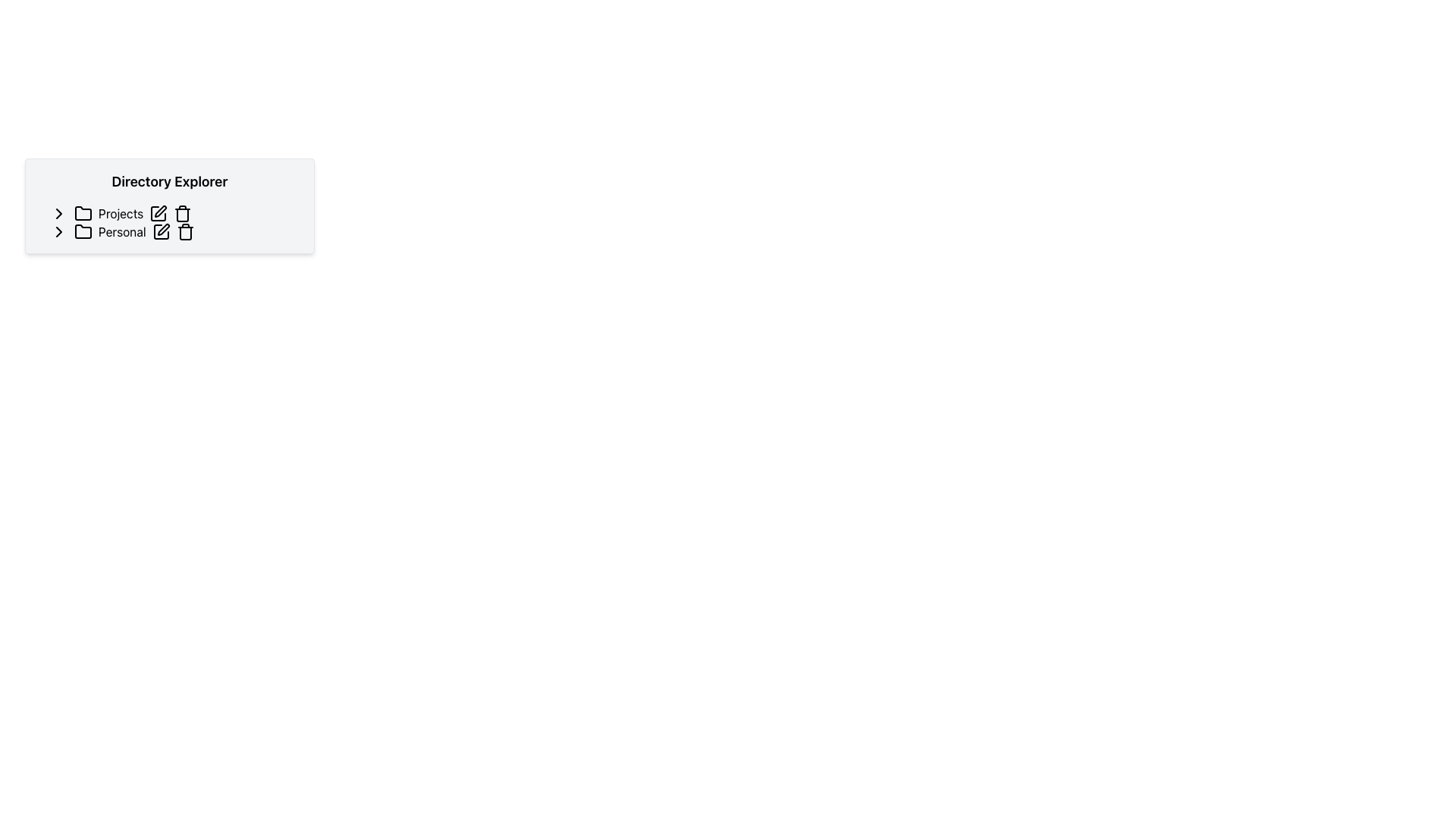  I want to click on the Icon Button located to the right of the 'Projects' label in the directory explorer, so click(158, 213).